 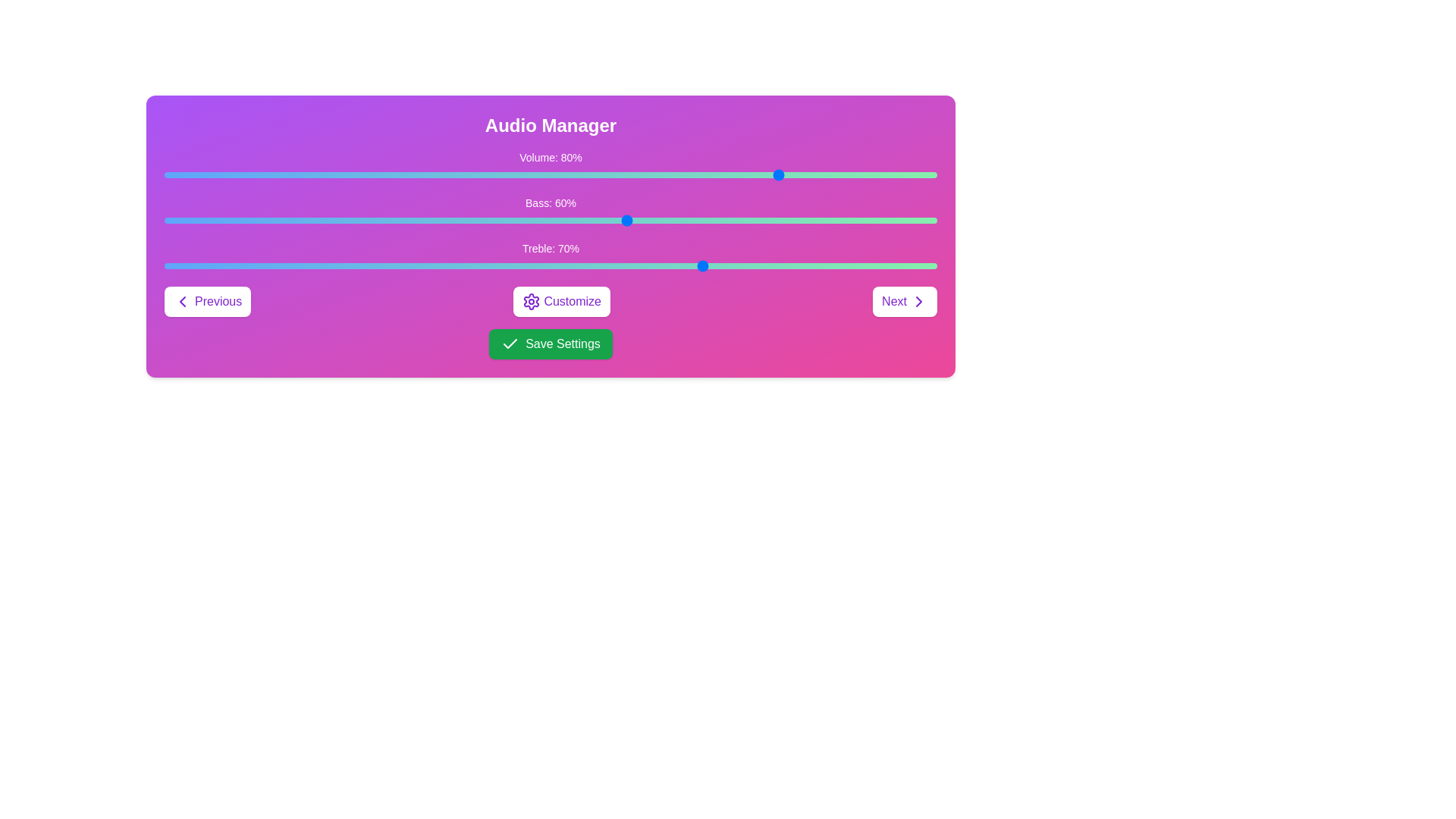 What do you see at coordinates (852, 265) in the screenshot?
I see `treble` at bounding box center [852, 265].